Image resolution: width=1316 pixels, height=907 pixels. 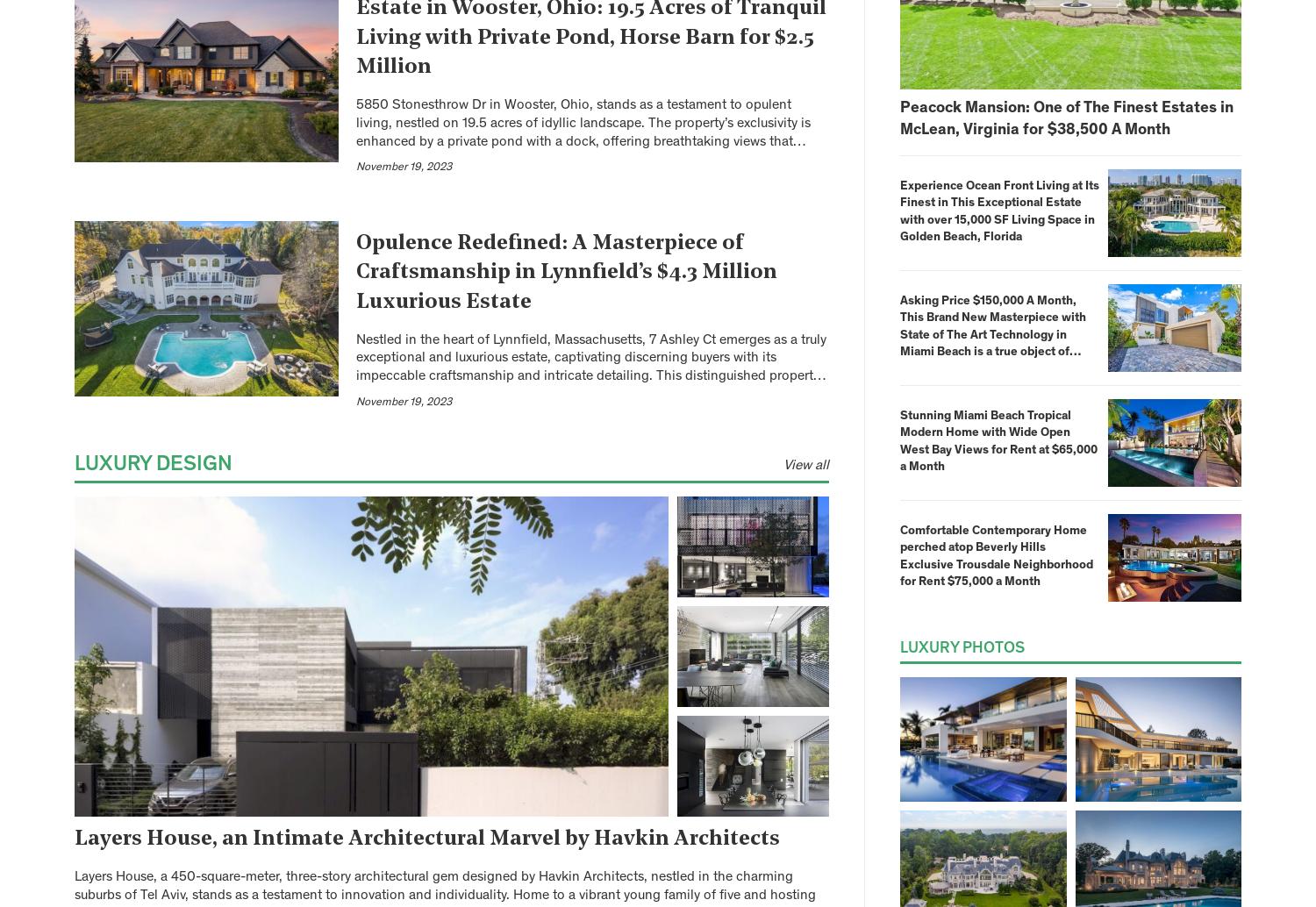 What do you see at coordinates (993, 334) in the screenshot?
I see `'Asking Price $150,000 A Month, This Brand New Masterpiece with State of The Art Technology in Miami Beach is a true object of desire'` at bounding box center [993, 334].